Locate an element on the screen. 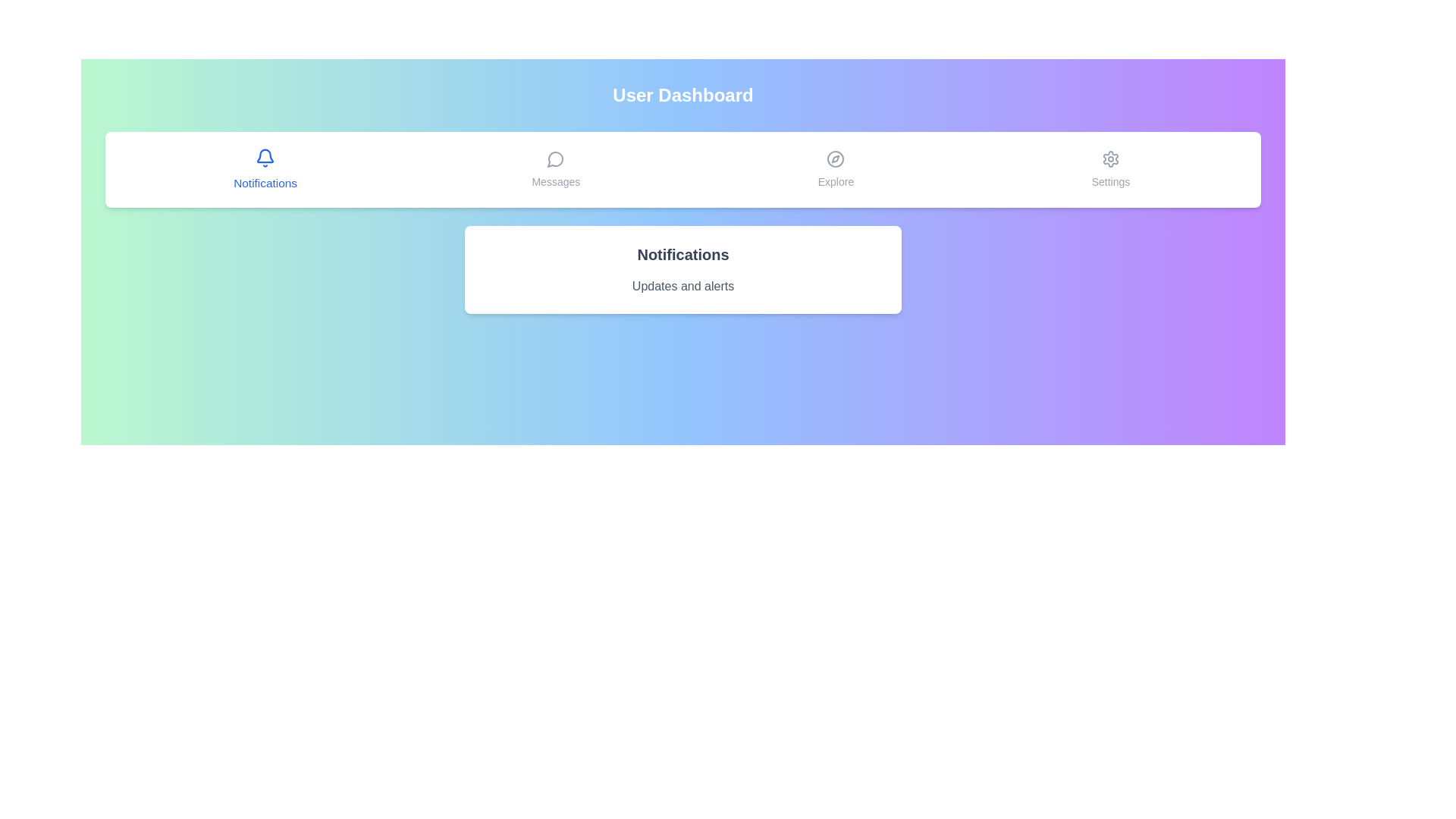 The width and height of the screenshot is (1456, 819). the tab labeled Explore to observe its hover effect is located at coordinates (835, 169).